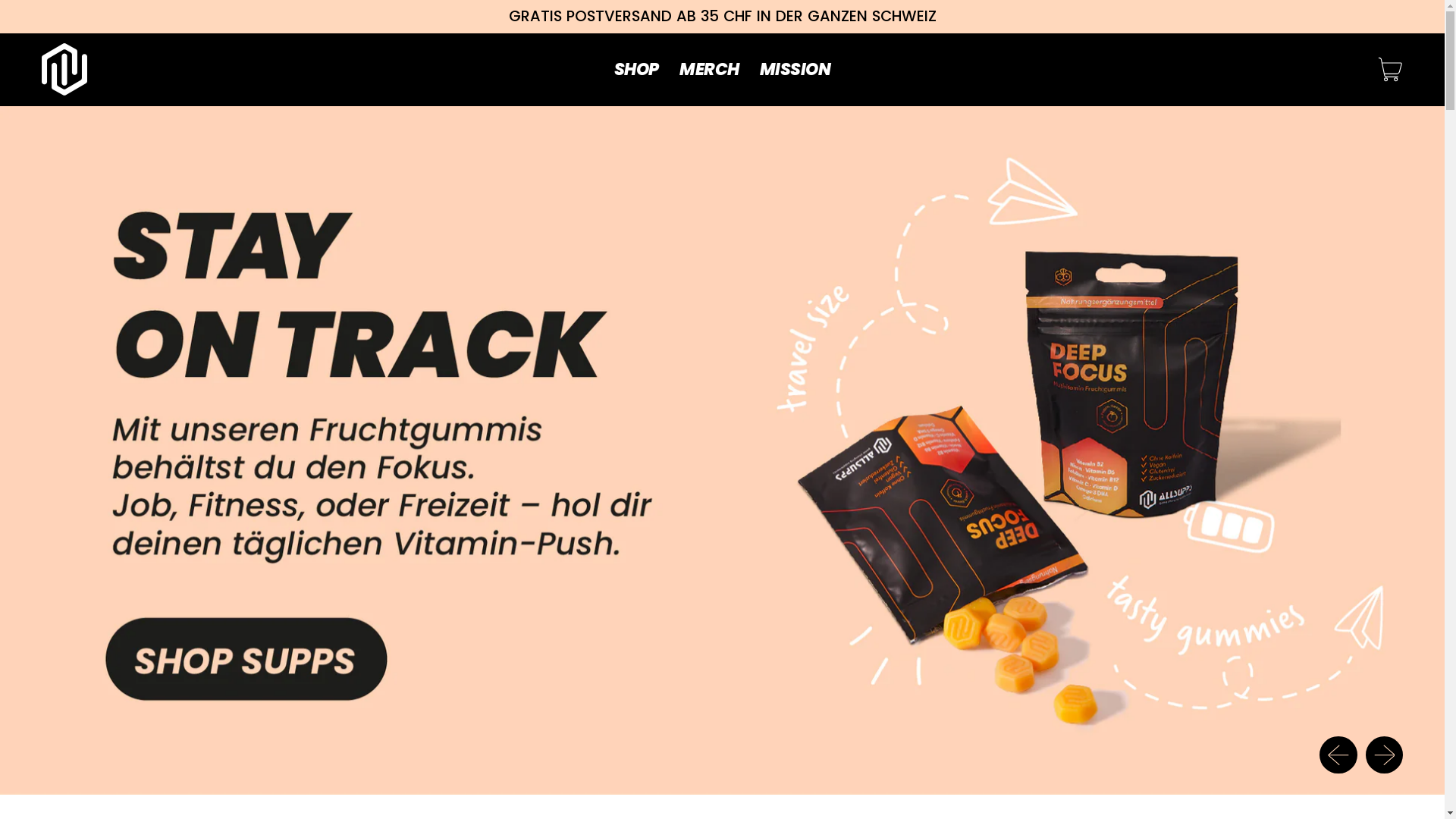 The width and height of the screenshot is (1456, 819). What do you see at coordinates (794, 69) in the screenshot?
I see `'MISSION'` at bounding box center [794, 69].